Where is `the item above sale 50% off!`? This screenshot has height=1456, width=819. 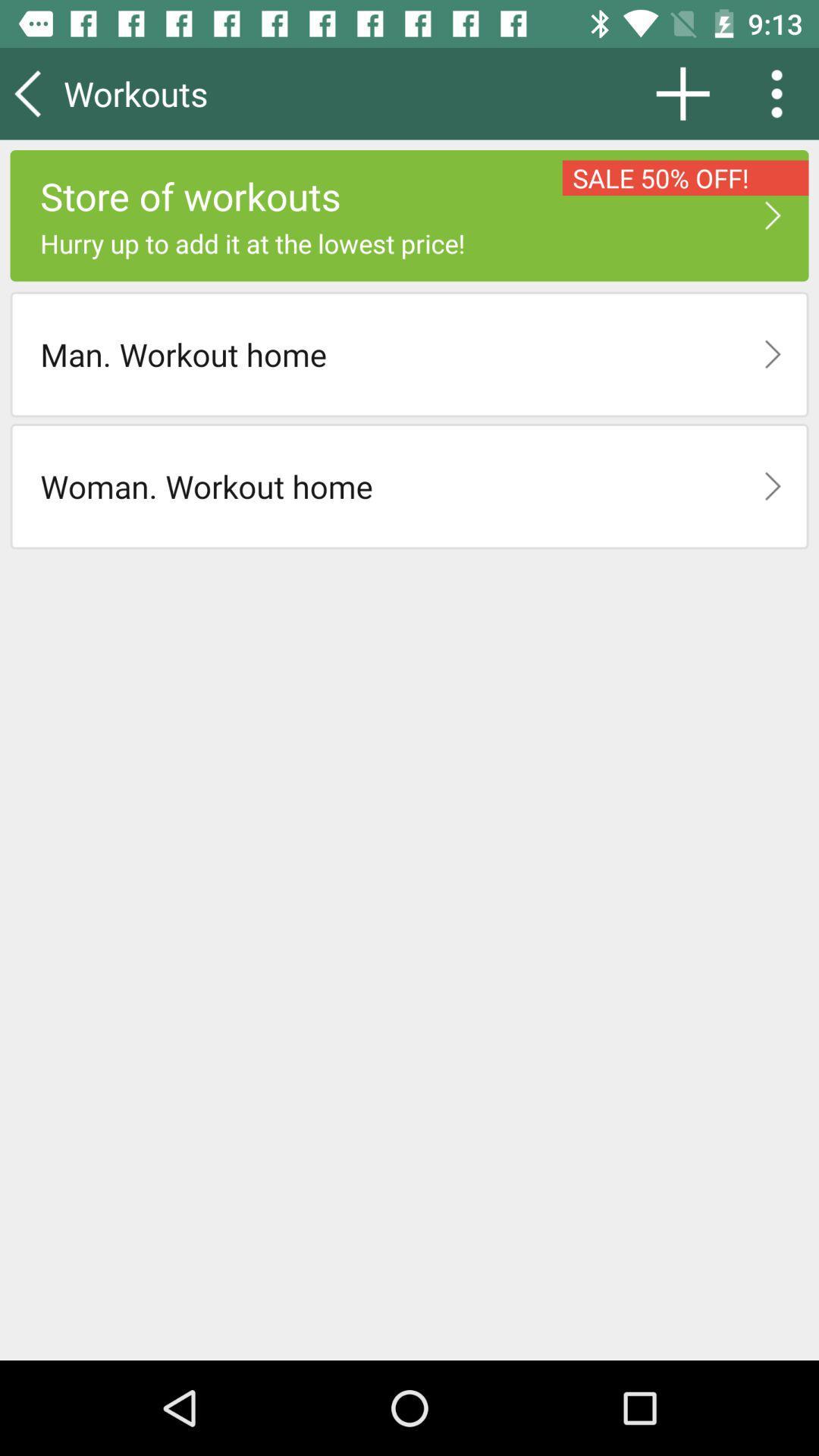 the item above sale 50% off! is located at coordinates (782, 93).